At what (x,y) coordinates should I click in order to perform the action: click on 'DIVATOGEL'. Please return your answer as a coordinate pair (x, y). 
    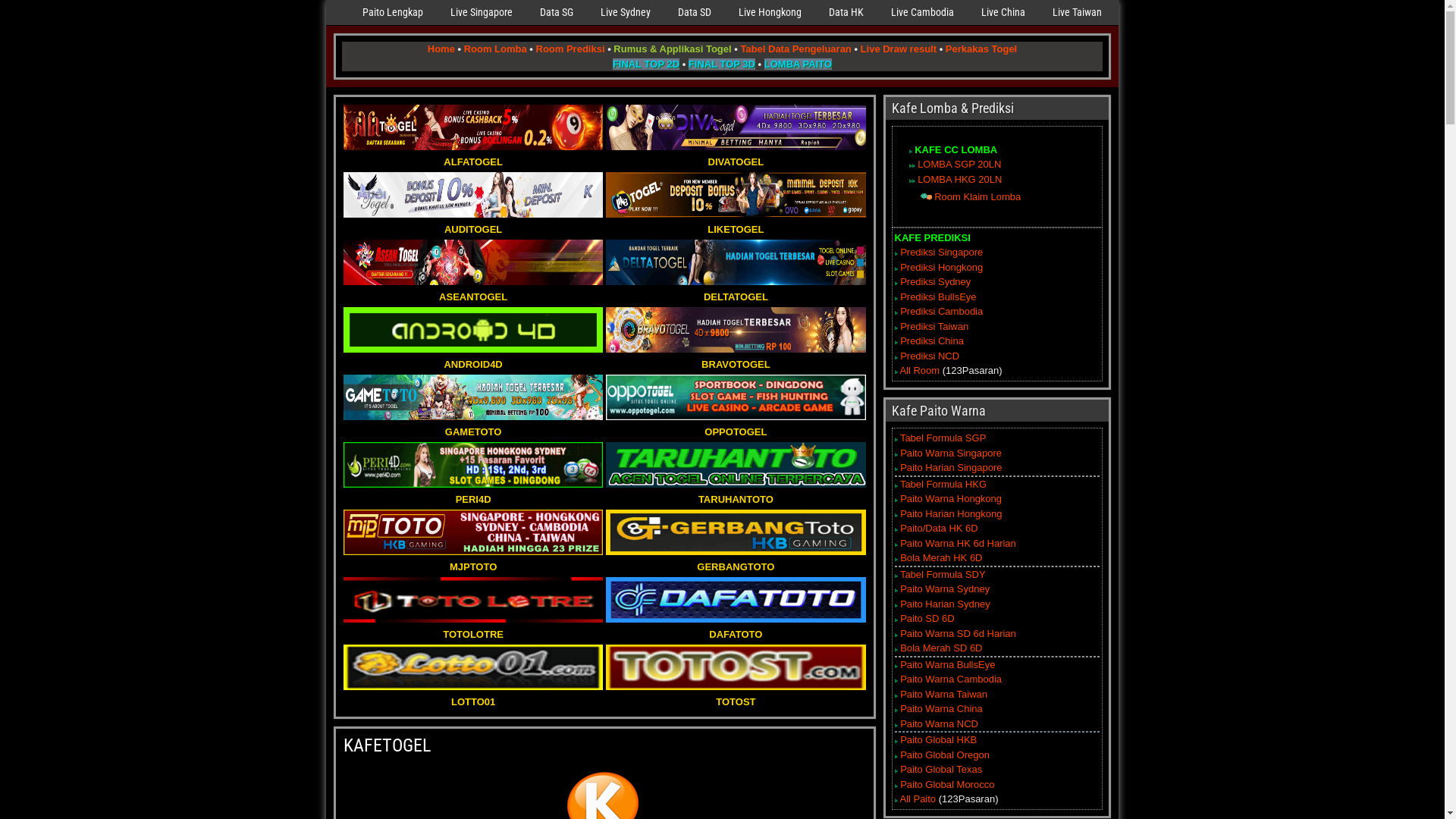
    Looking at the image, I should click on (735, 154).